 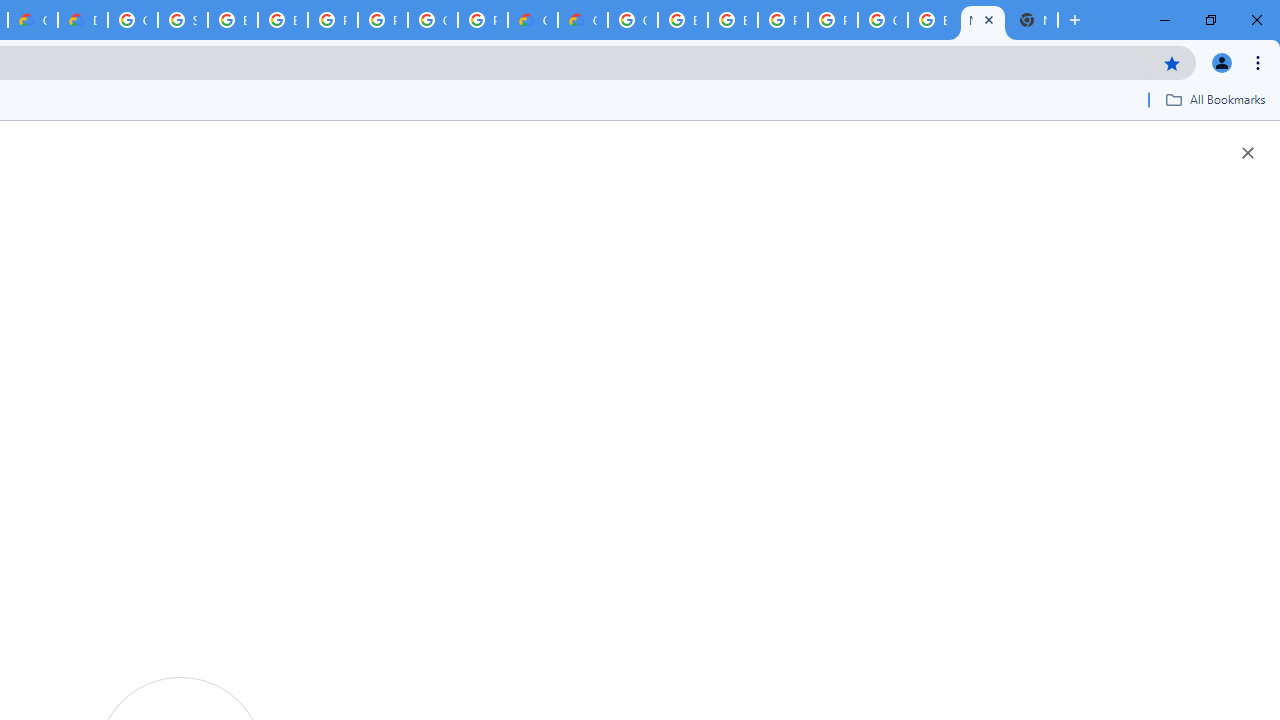 I want to click on 'Browse Chrome as a guest - Computer - Google Chrome Help', so click(x=282, y=20).